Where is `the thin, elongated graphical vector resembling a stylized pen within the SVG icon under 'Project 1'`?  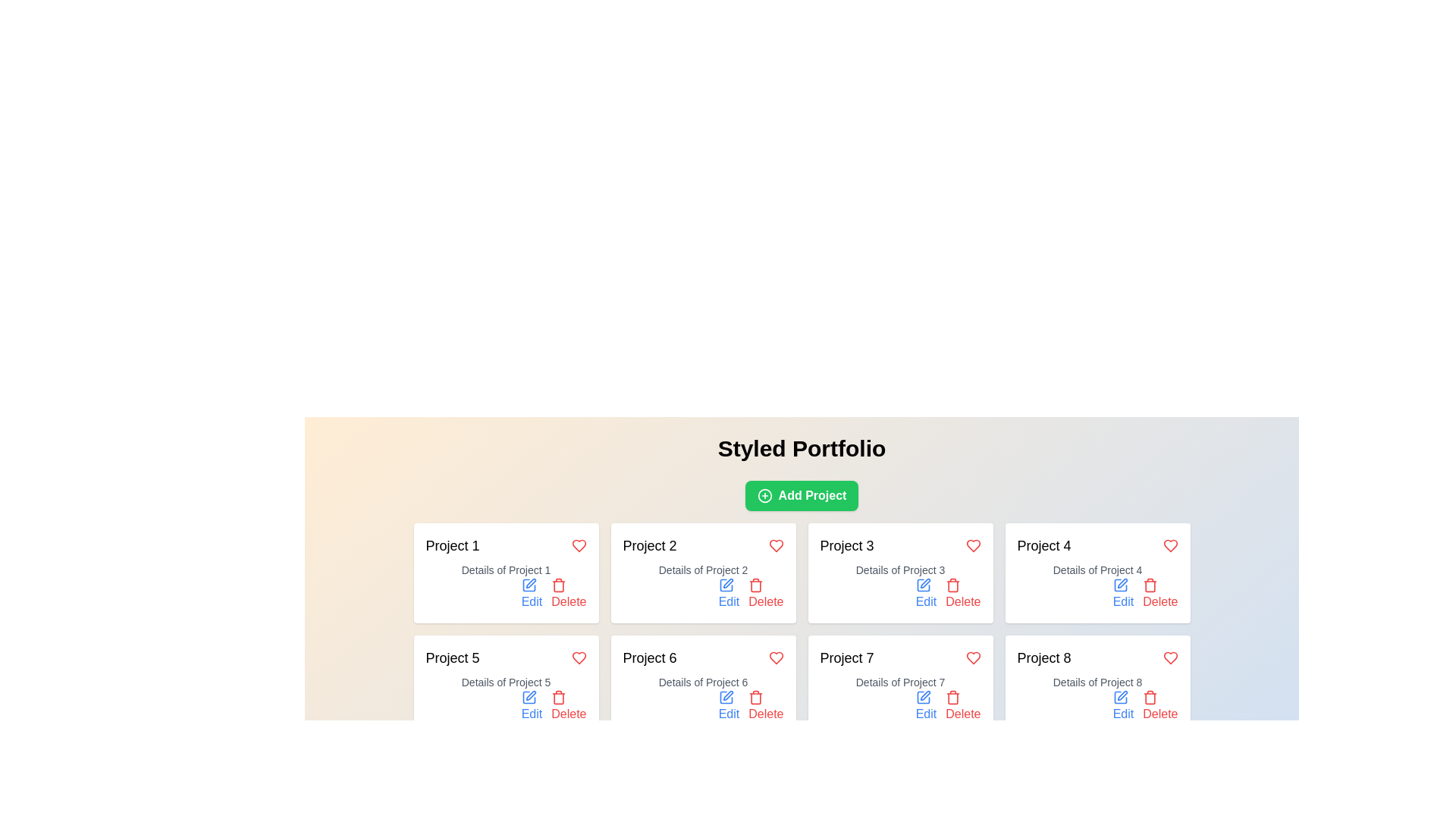 the thin, elongated graphical vector resembling a stylized pen within the SVG icon under 'Project 1' is located at coordinates (531, 582).